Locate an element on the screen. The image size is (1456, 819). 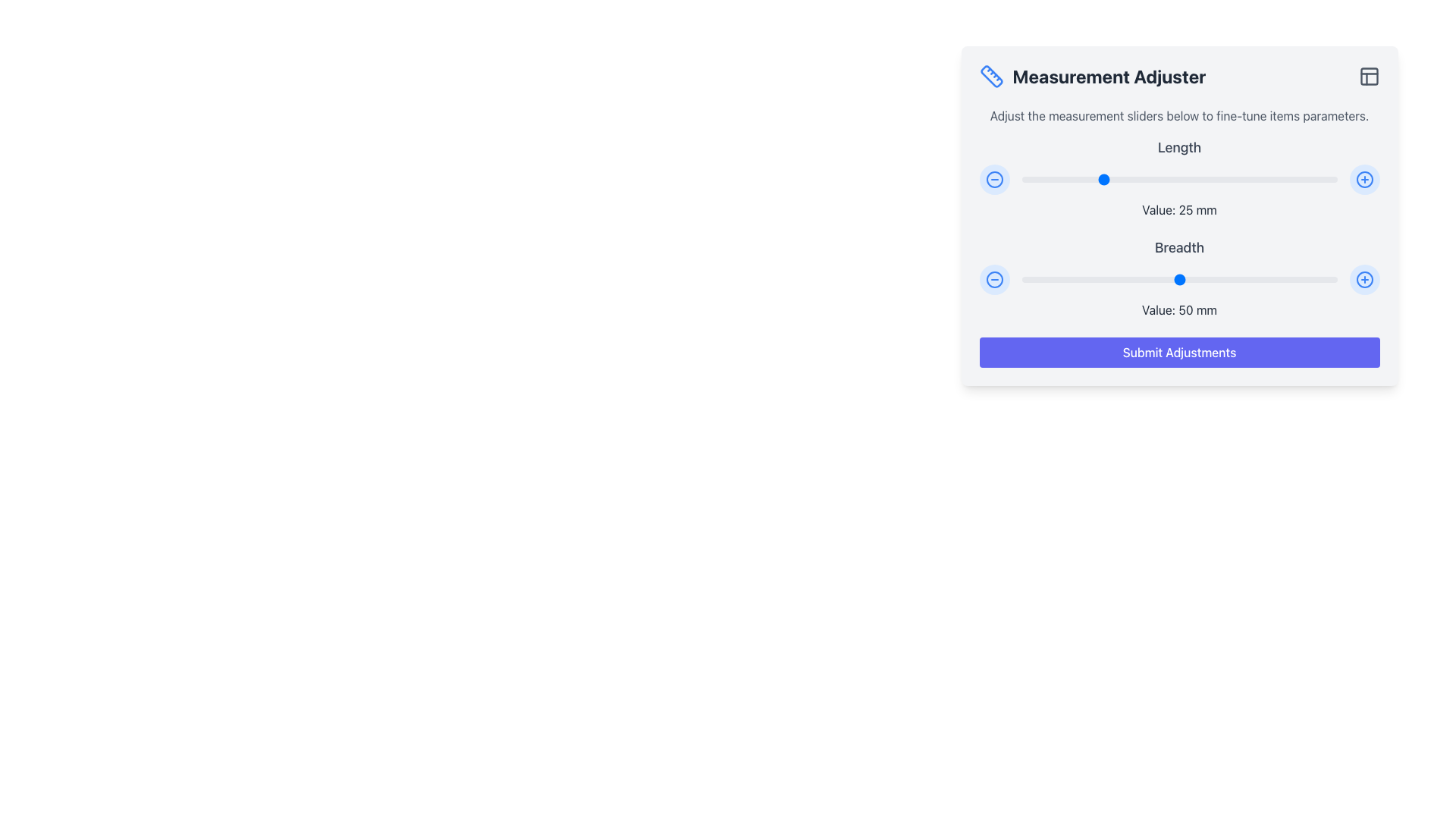
static text displaying 'Adjust the measurement sliders below to fine-tune items parameters.' located below the title 'Measurement Adjuster' in the application interface is located at coordinates (1178, 115).